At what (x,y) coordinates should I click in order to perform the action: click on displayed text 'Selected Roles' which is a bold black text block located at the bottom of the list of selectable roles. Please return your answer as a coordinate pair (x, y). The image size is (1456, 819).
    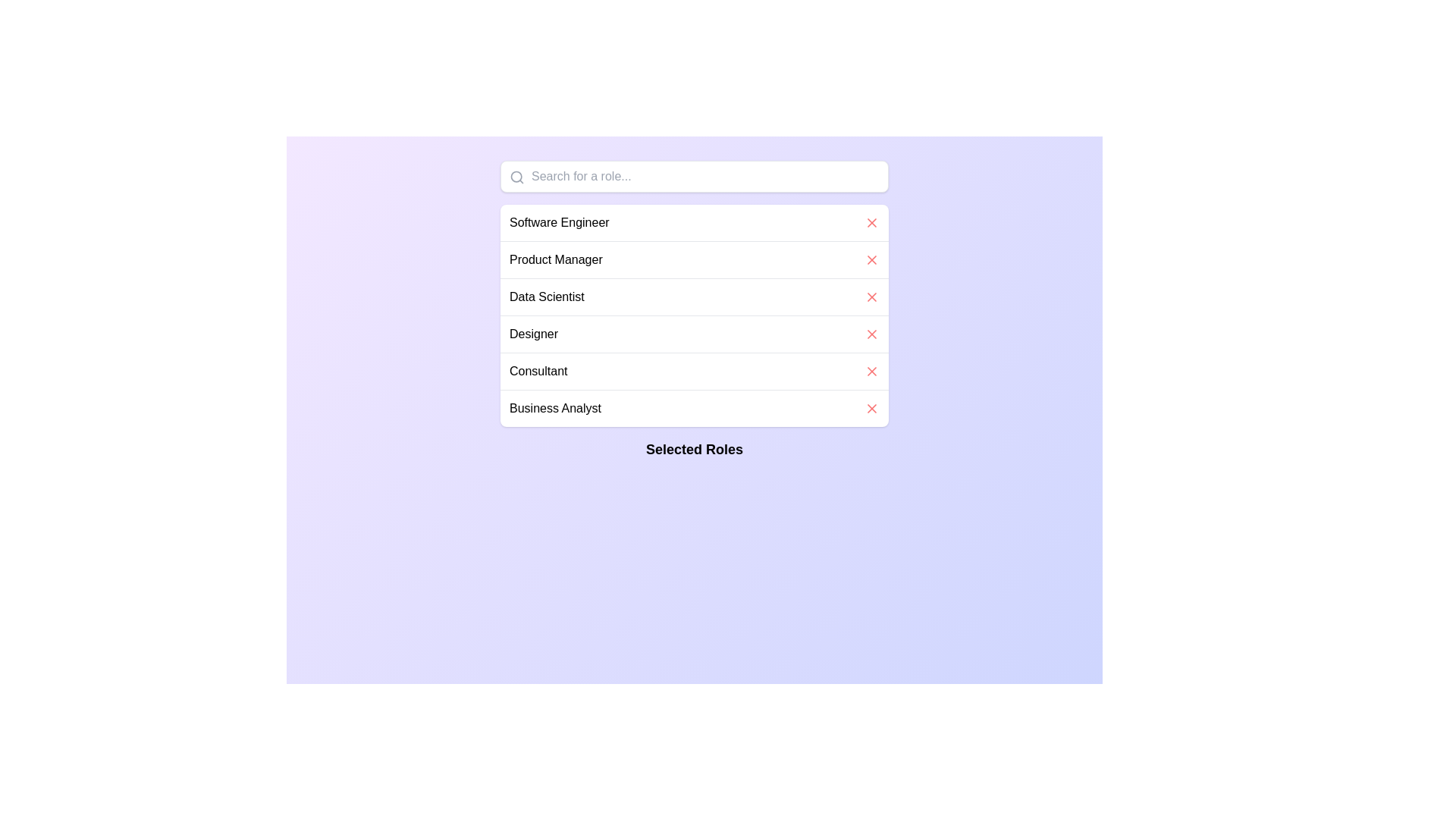
    Looking at the image, I should click on (694, 449).